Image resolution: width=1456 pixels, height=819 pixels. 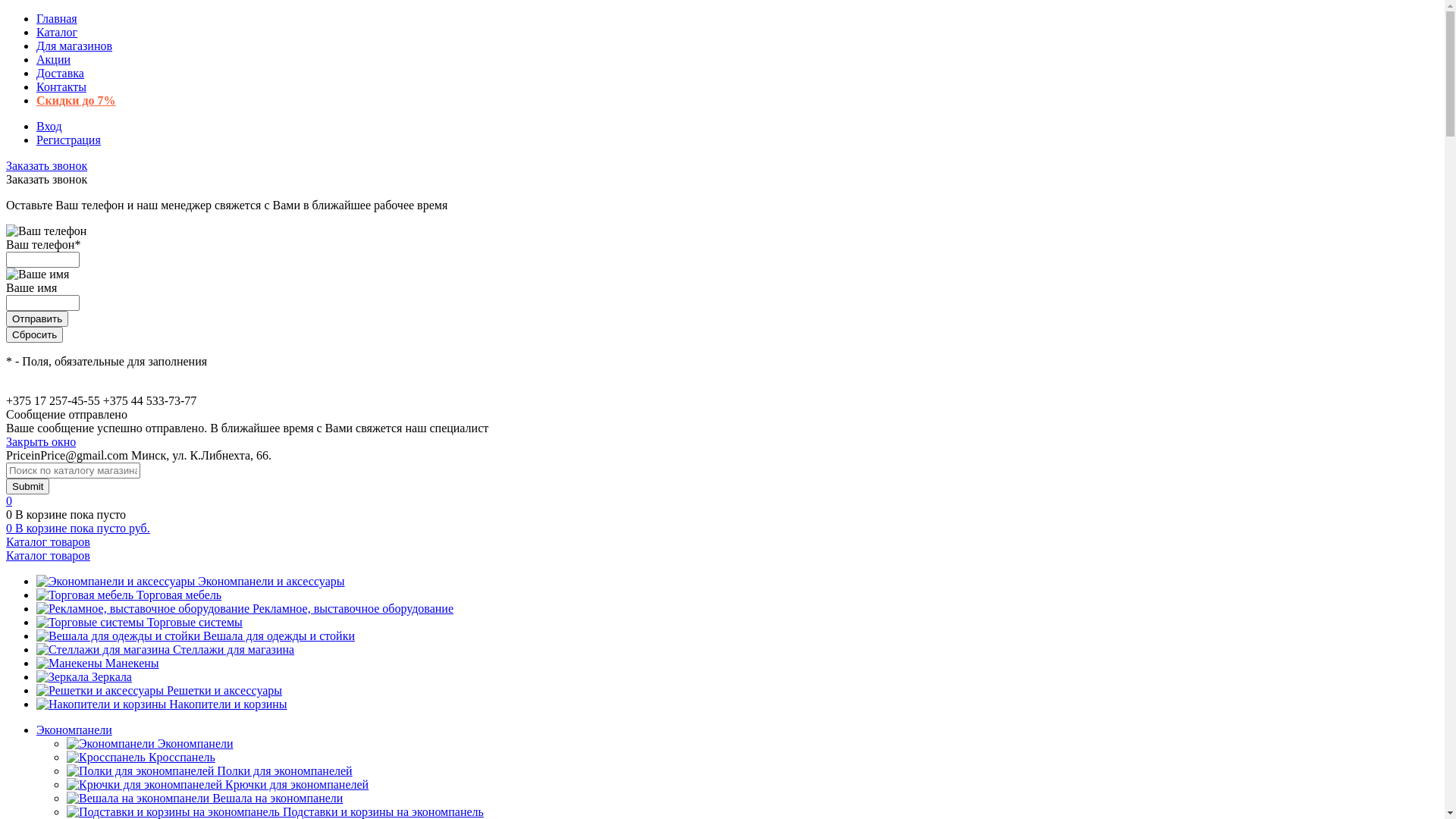 I want to click on '0', so click(x=9, y=500).